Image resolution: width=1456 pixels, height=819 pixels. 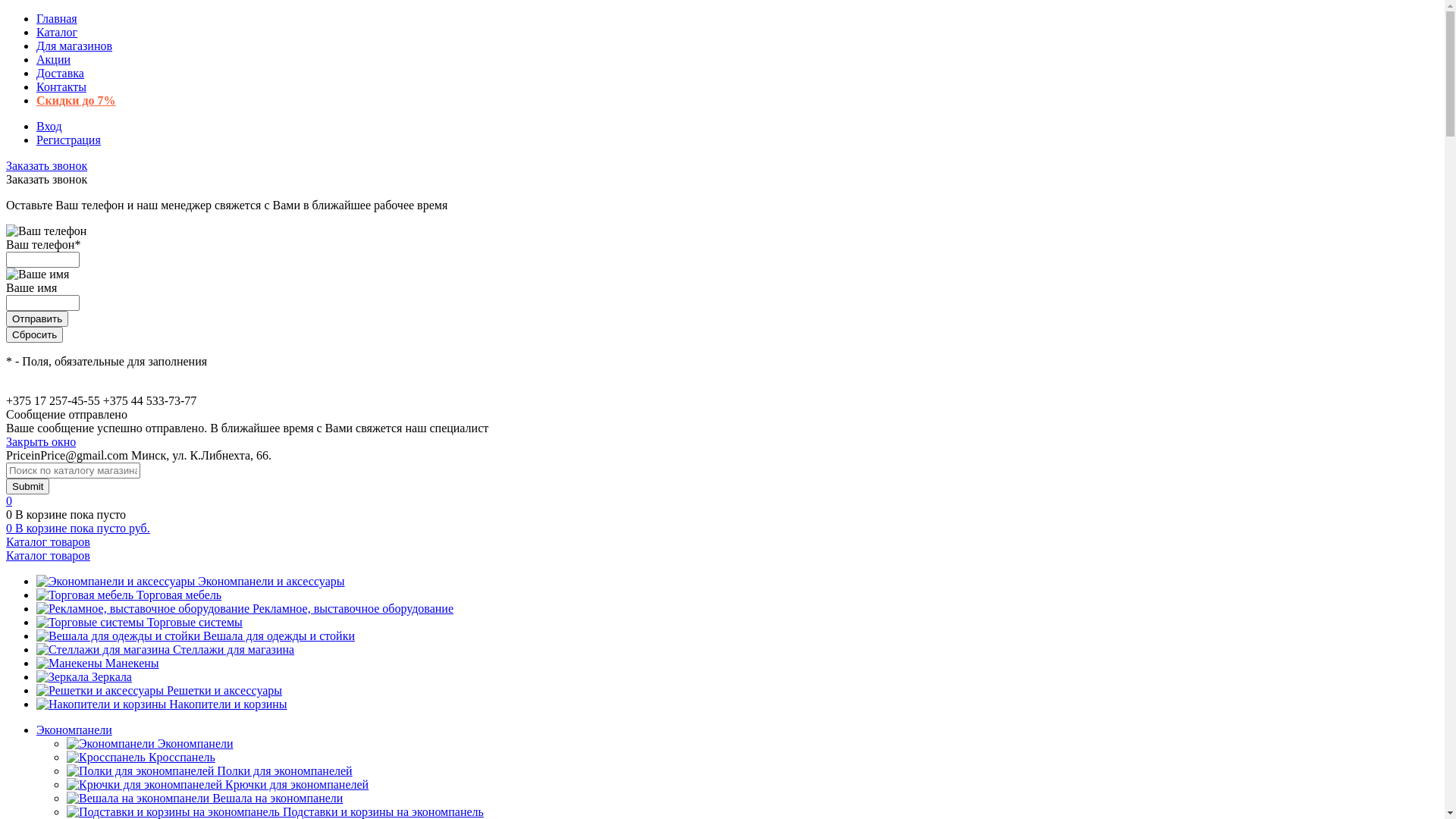 I want to click on '0', so click(x=9, y=500).